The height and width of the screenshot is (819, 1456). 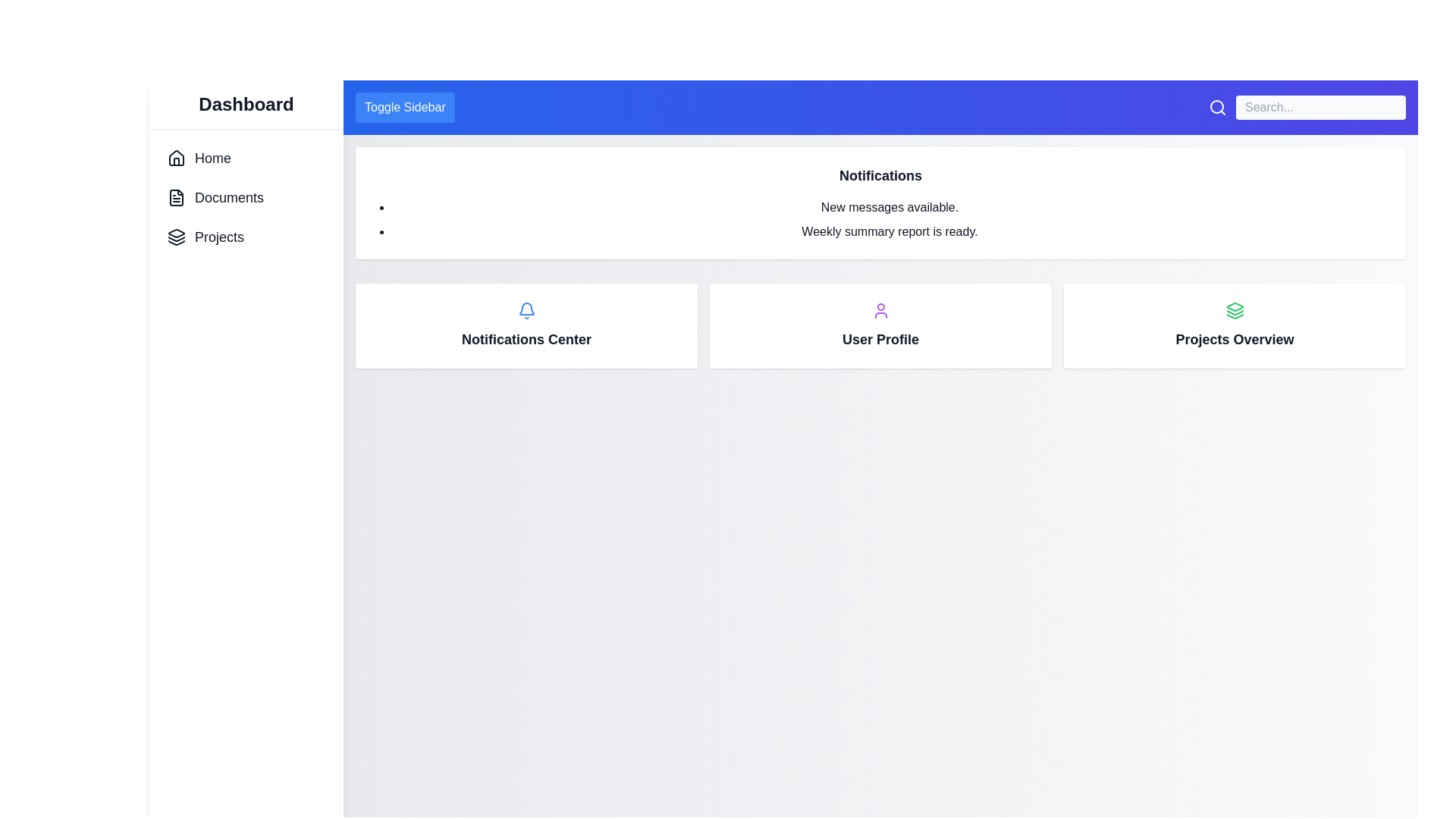 I want to click on the blue-tinted bell icon located at the top center of the interface, which signifies notifications and unread messages, so click(x=526, y=308).